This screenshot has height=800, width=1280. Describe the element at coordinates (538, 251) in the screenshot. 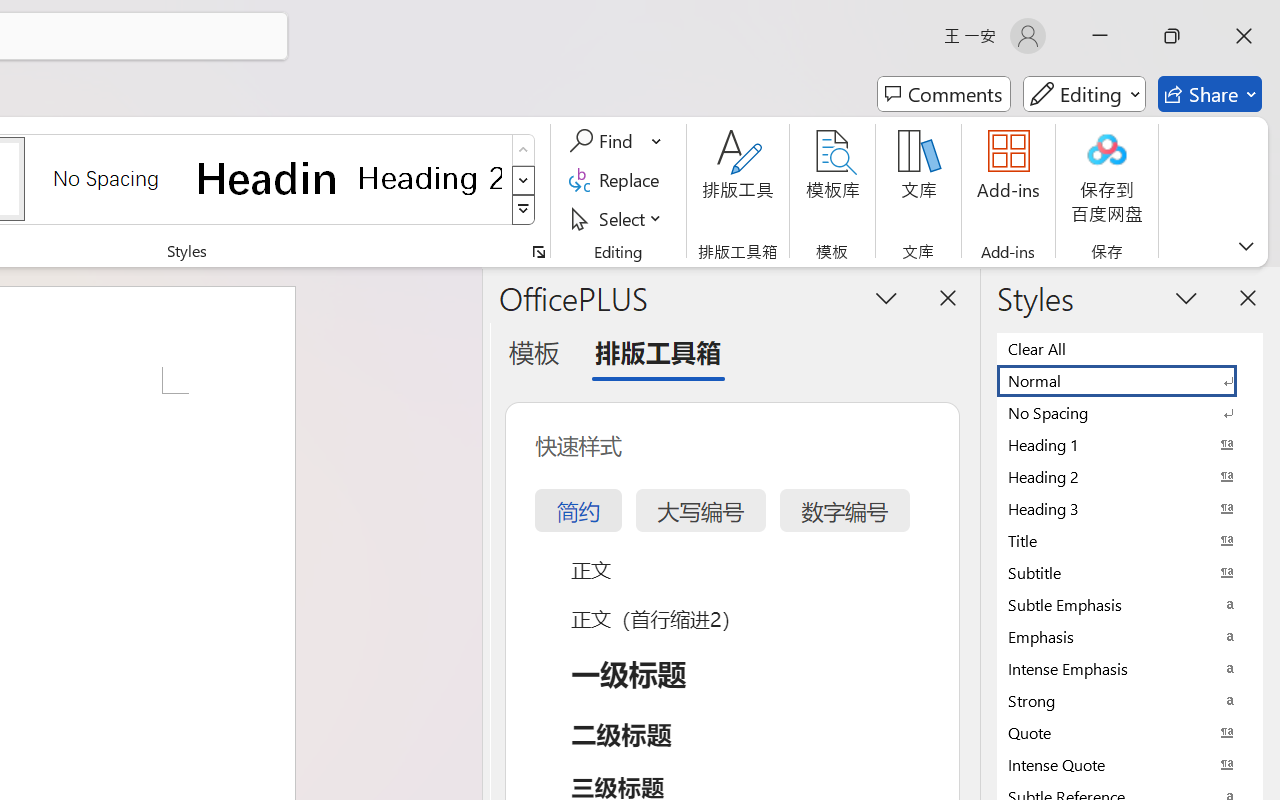

I see `'Styles...'` at that location.